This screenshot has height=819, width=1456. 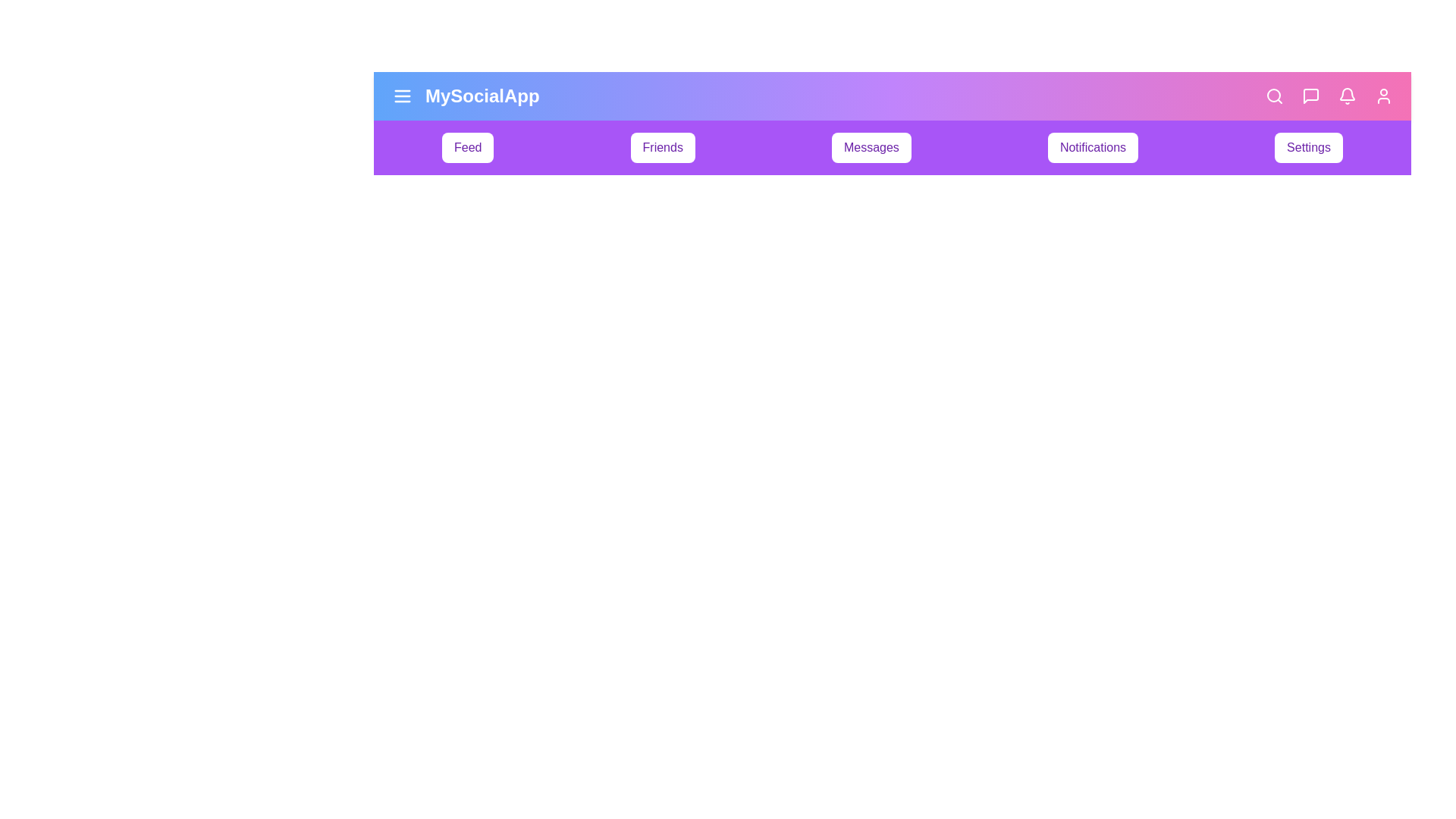 What do you see at coordinates (1274, 96) in the screenshot?
I see `the search navigation icon` at bounding box center [1274, 96].